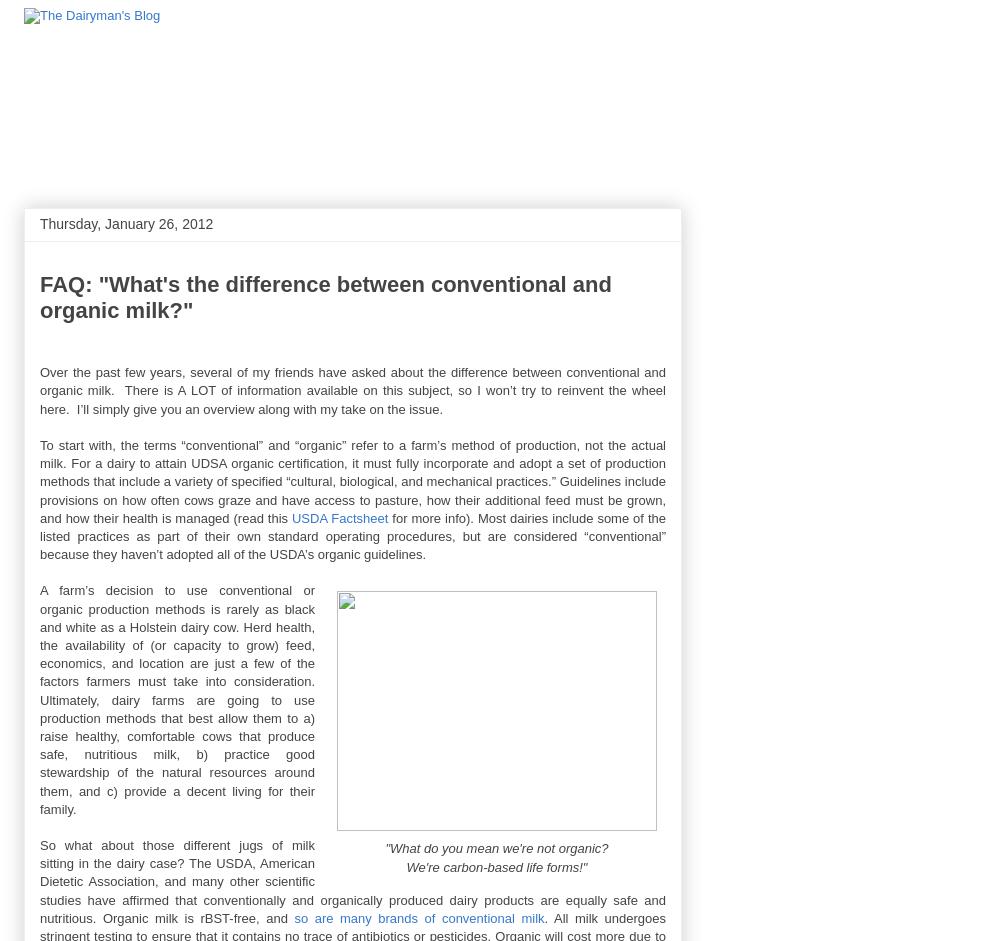 The height and width of the screenshot is (941, 998). What do you see at coordinates (339, 517) in the screenshot?
I see `'USDA Factsheet'` at bounding box center [339, 517].